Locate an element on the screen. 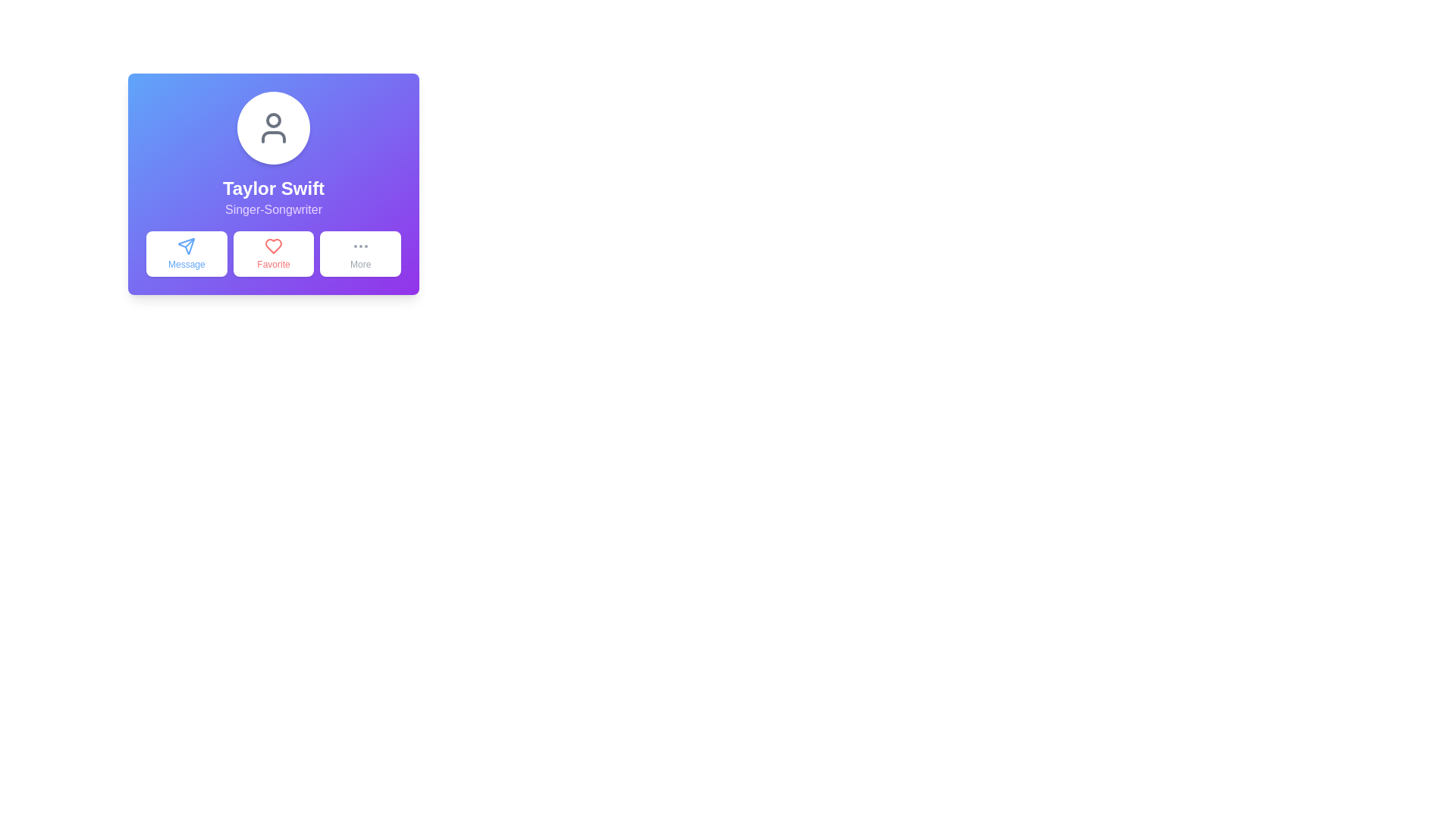  the 'Favorite' button located at the bottom section of the card-like component, which is the middle button in a set of three horizontally arranged buttons is located at coordinates (273, 253).